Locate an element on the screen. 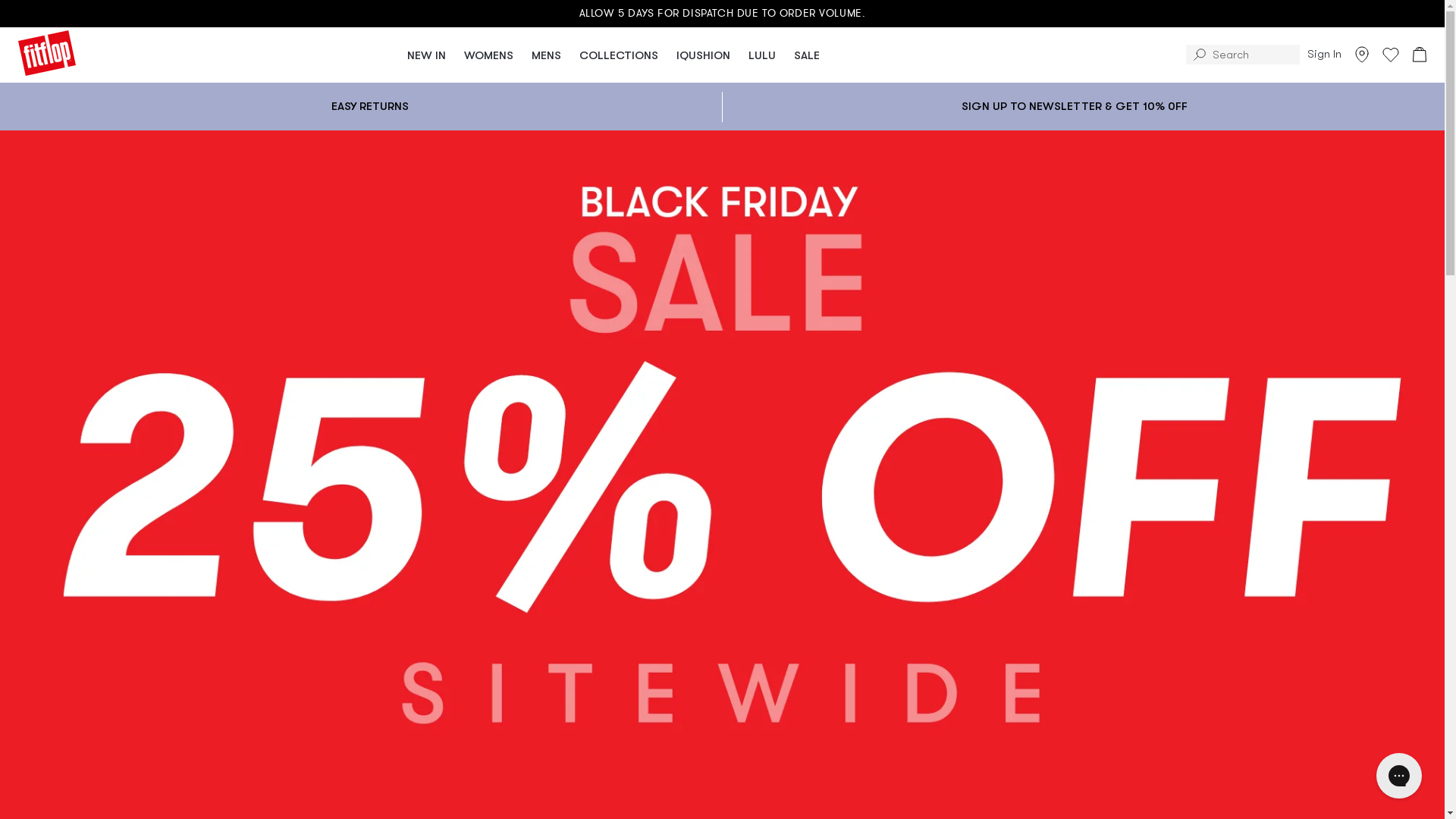  'WOMENS' is located at coordinates (488, 53).